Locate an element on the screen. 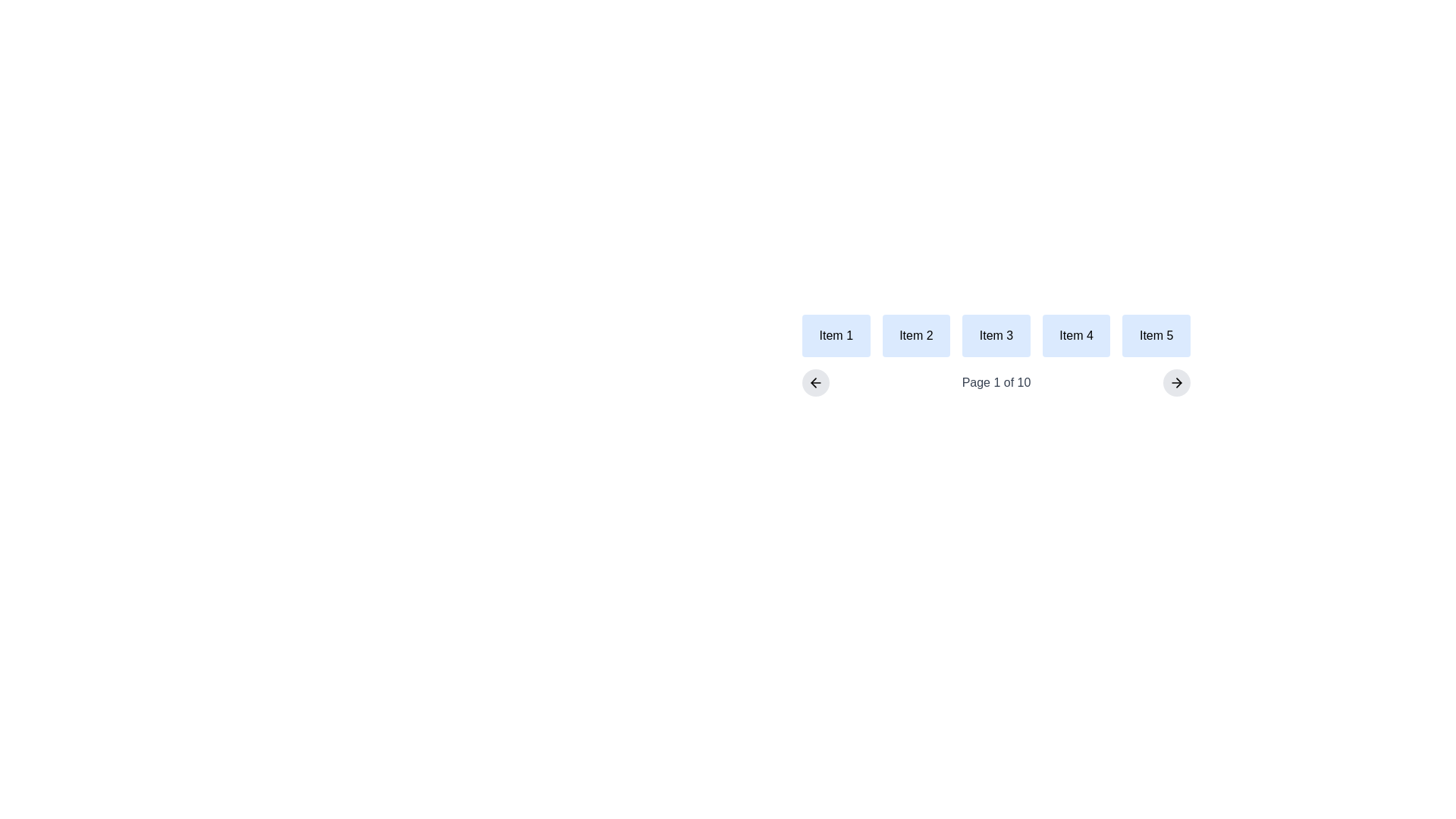 The image size is (1456, 819). the arrow icon within the circular button located to the left of the item list is located at coordinates (814, 382).